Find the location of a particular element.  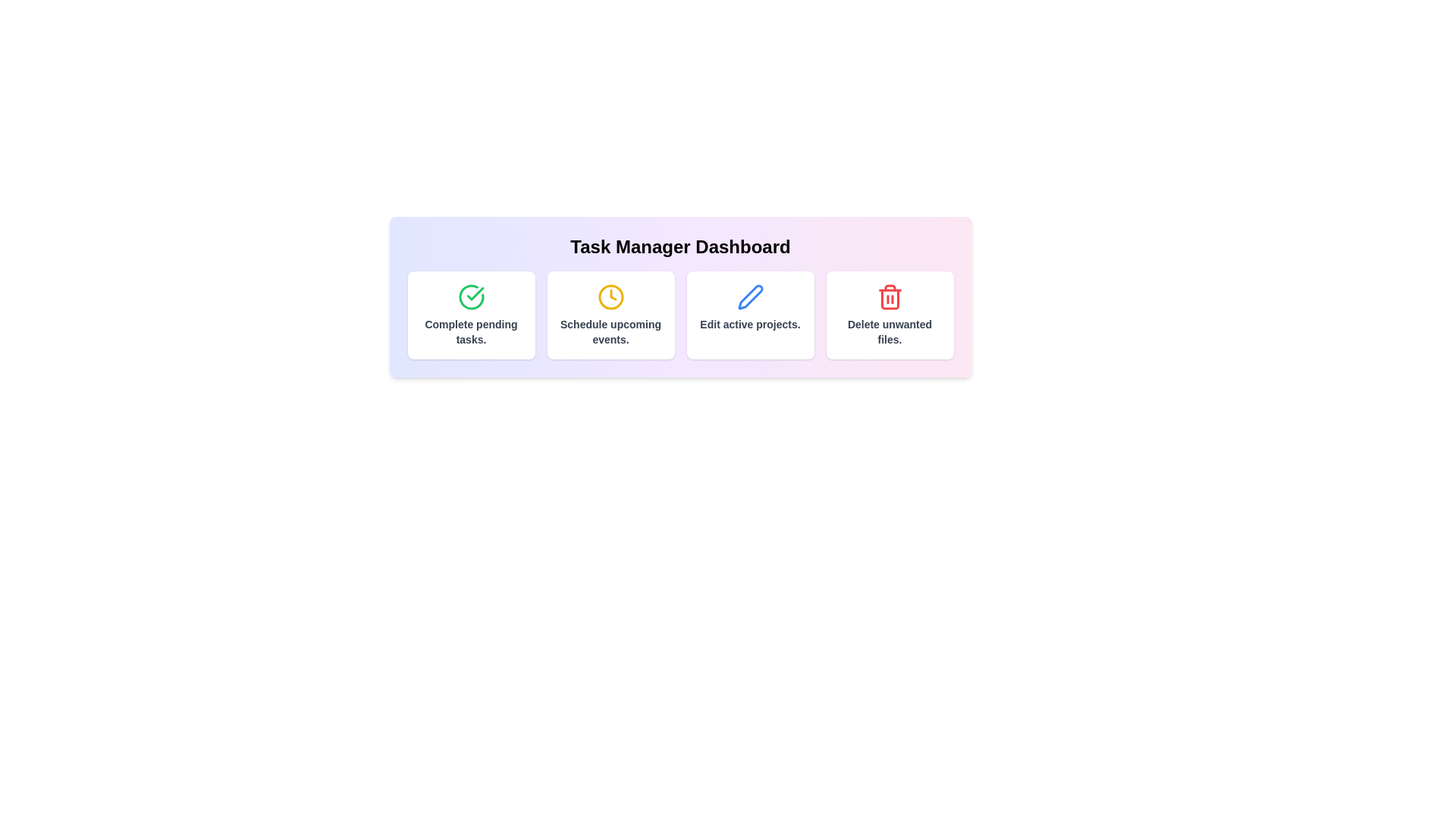

the green circular checkmark icon that symbolizes a completed task, located at the top of the card labeled 'Complete pending tasks' is located at coordinates (470, 297).